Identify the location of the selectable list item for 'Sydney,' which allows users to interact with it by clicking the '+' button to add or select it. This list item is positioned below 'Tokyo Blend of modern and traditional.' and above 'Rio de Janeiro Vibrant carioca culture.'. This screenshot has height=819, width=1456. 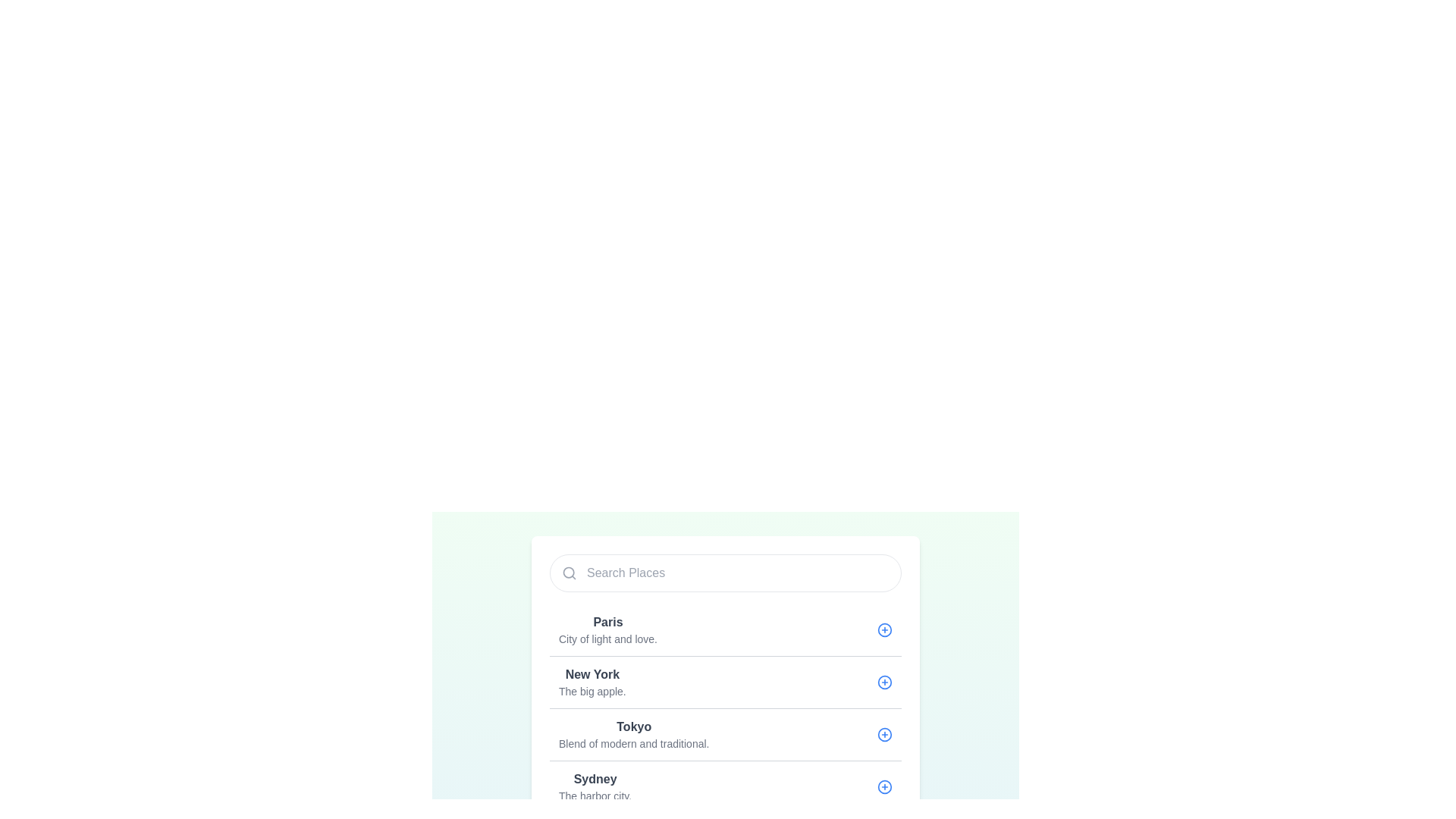
(724, 786).